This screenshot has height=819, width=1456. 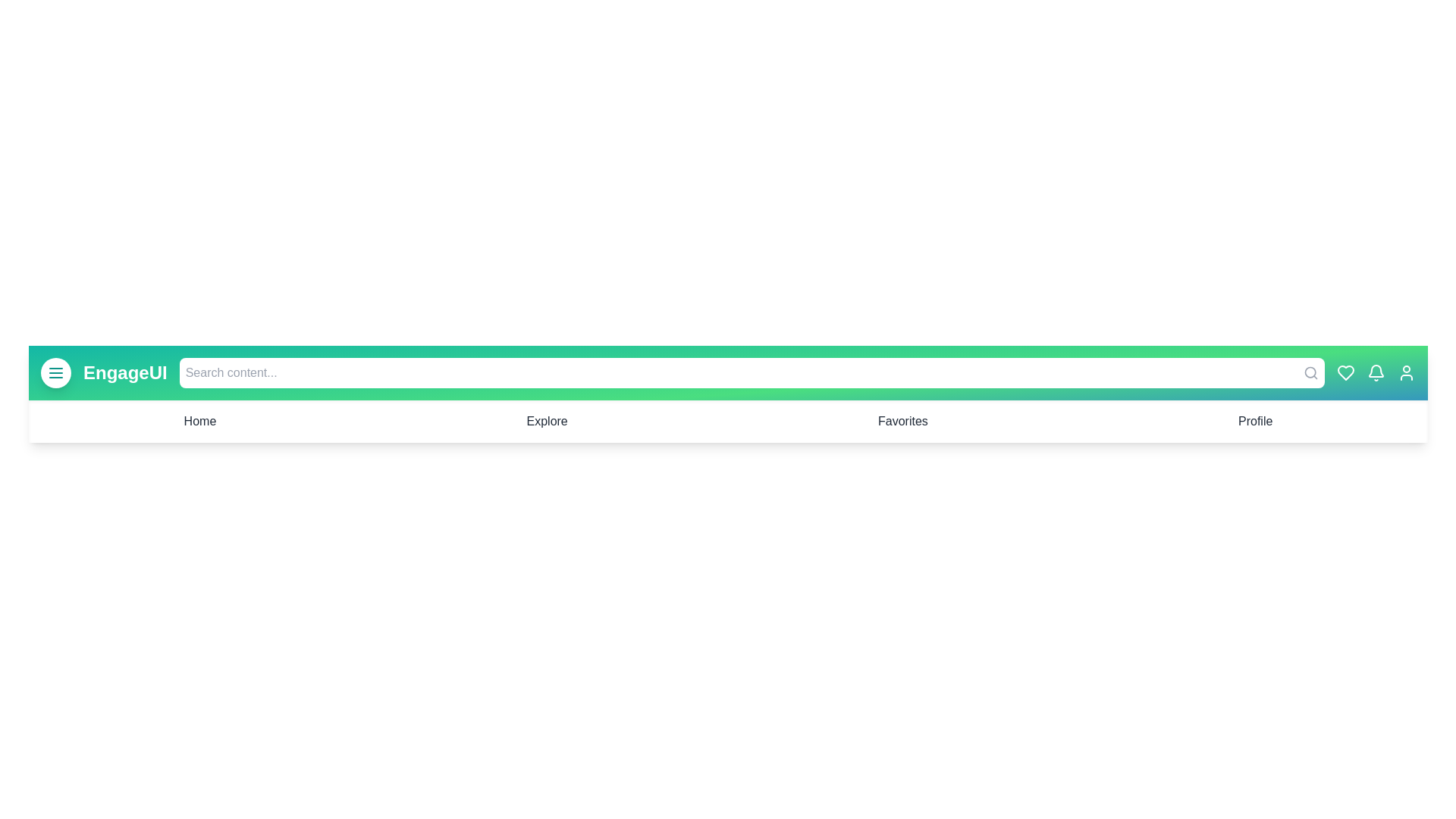 I want to click on the user icon located at the top-right corner of the app bar, so click(x=1405, y=373).